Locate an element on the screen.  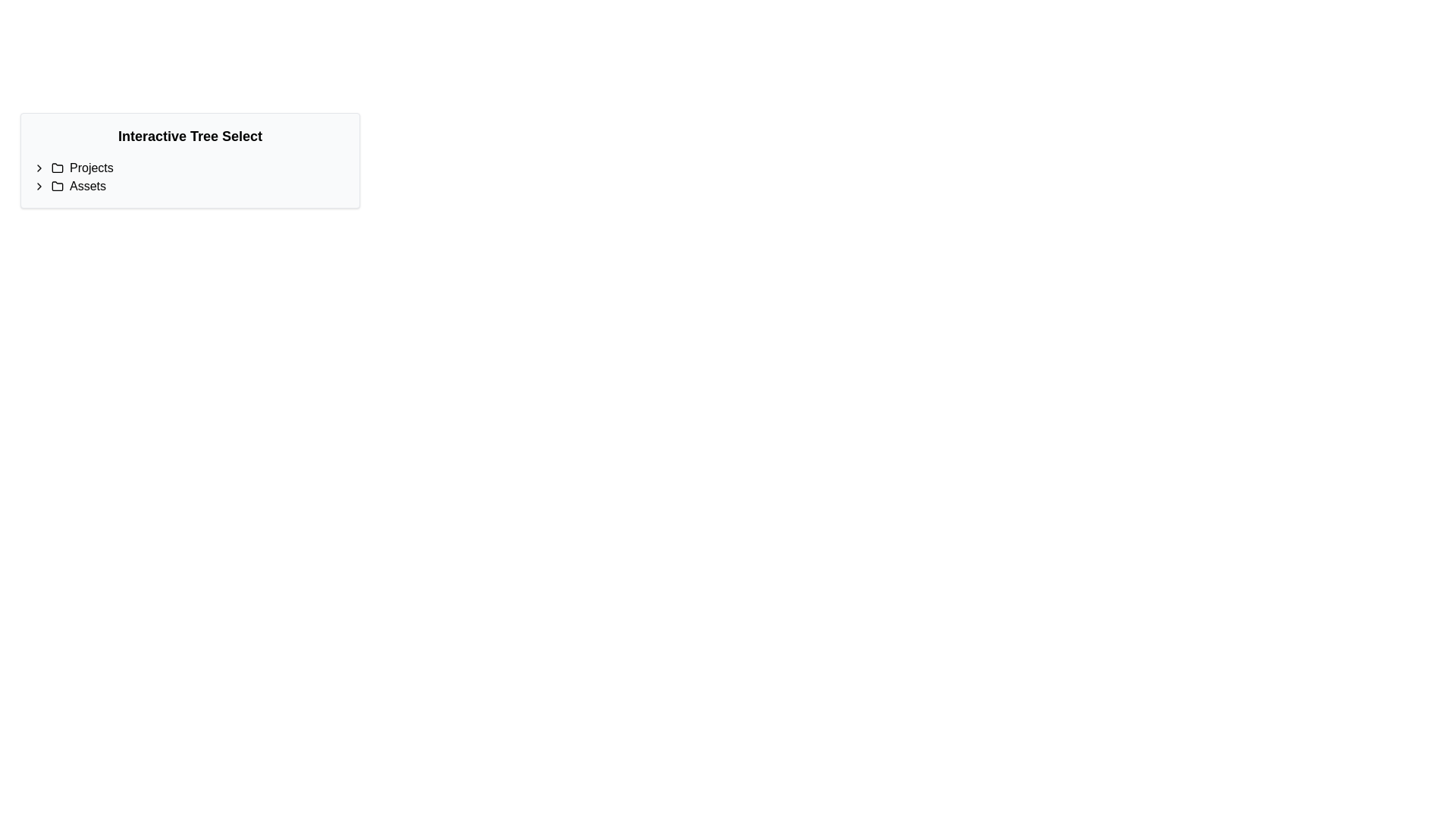
the 'Assets' text label in the collapsible tree structure is located at coordinates (86, 186).